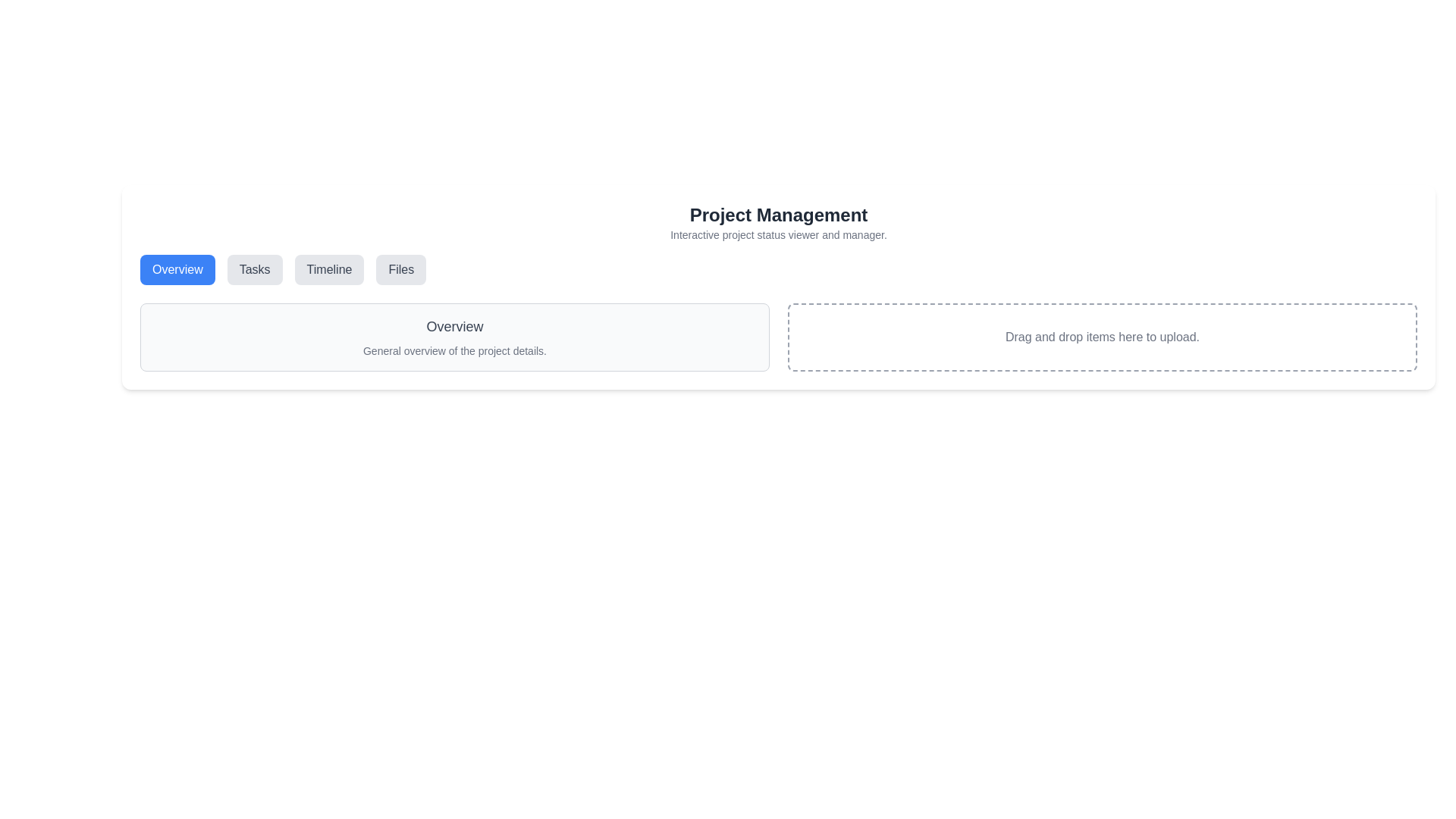  What do you see at coordinates (779, 222) in the screenshot?
I see `the non-interactive title text that reads 'Project Management' with the subtitle 'Interactive project status viewer and manager.'` at bounding box center [779, 222].